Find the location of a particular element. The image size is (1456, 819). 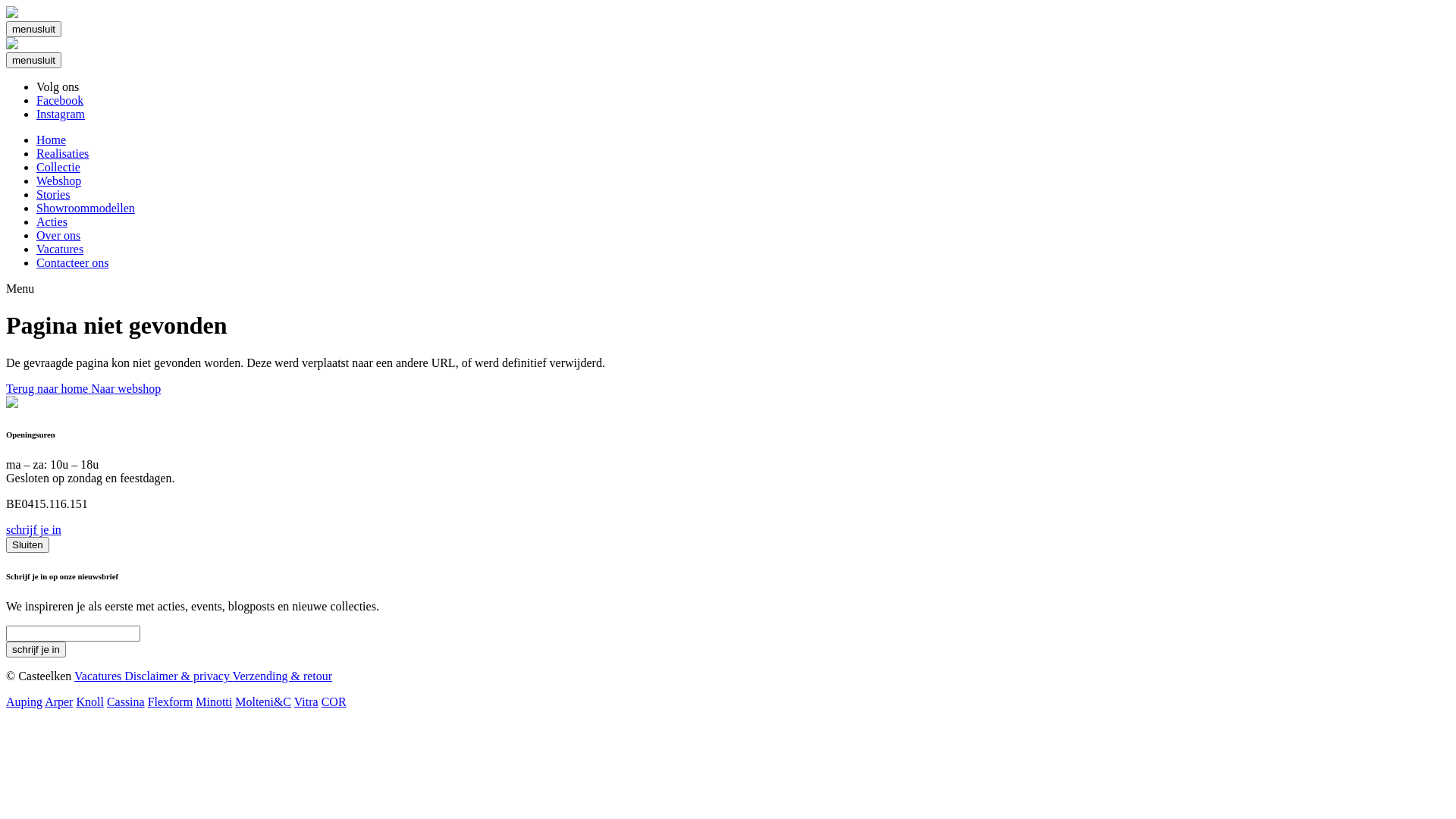

'Facebook' is located at coordinates (59, 100).